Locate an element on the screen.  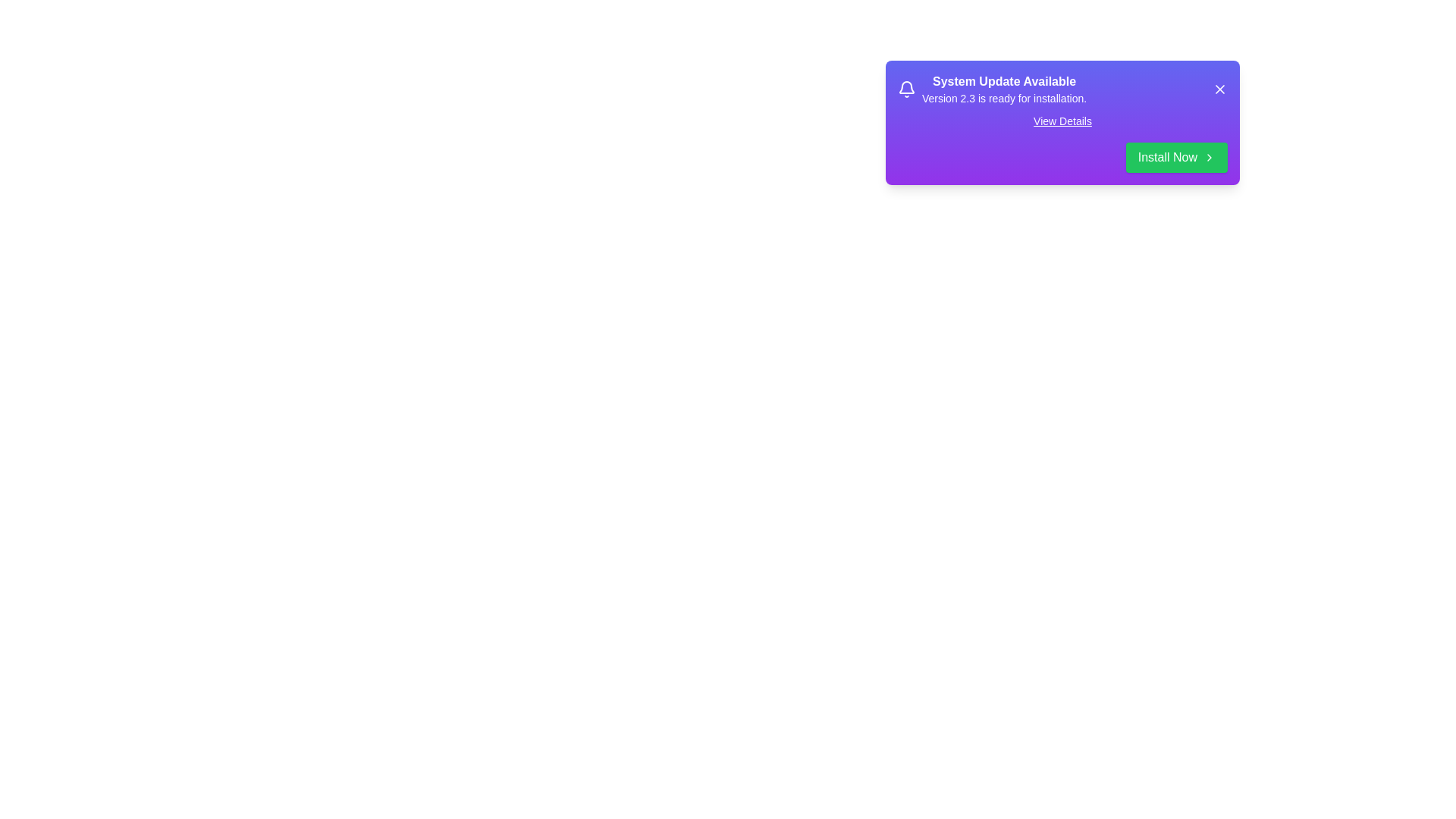
the bell icon to explore its functionality is located at coordinates (906, 89).